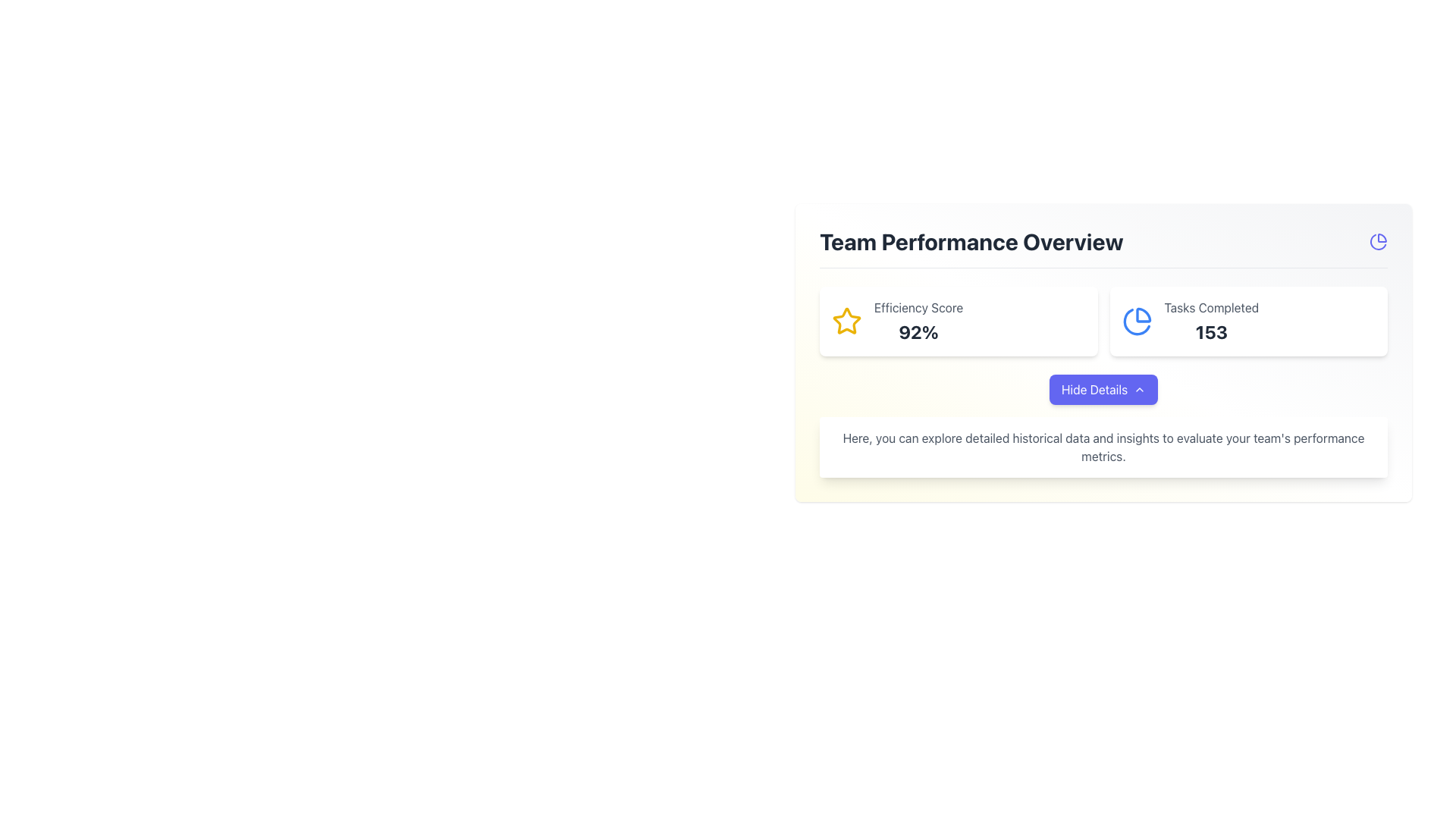 This screenshot has width=1456, height=819. What do you see at coordinates (958, 321) in the screenshot?
I see `the Informational card displaying the efficiency score in the 'Team Performance Overview' section` at bounding box center [958, 321].